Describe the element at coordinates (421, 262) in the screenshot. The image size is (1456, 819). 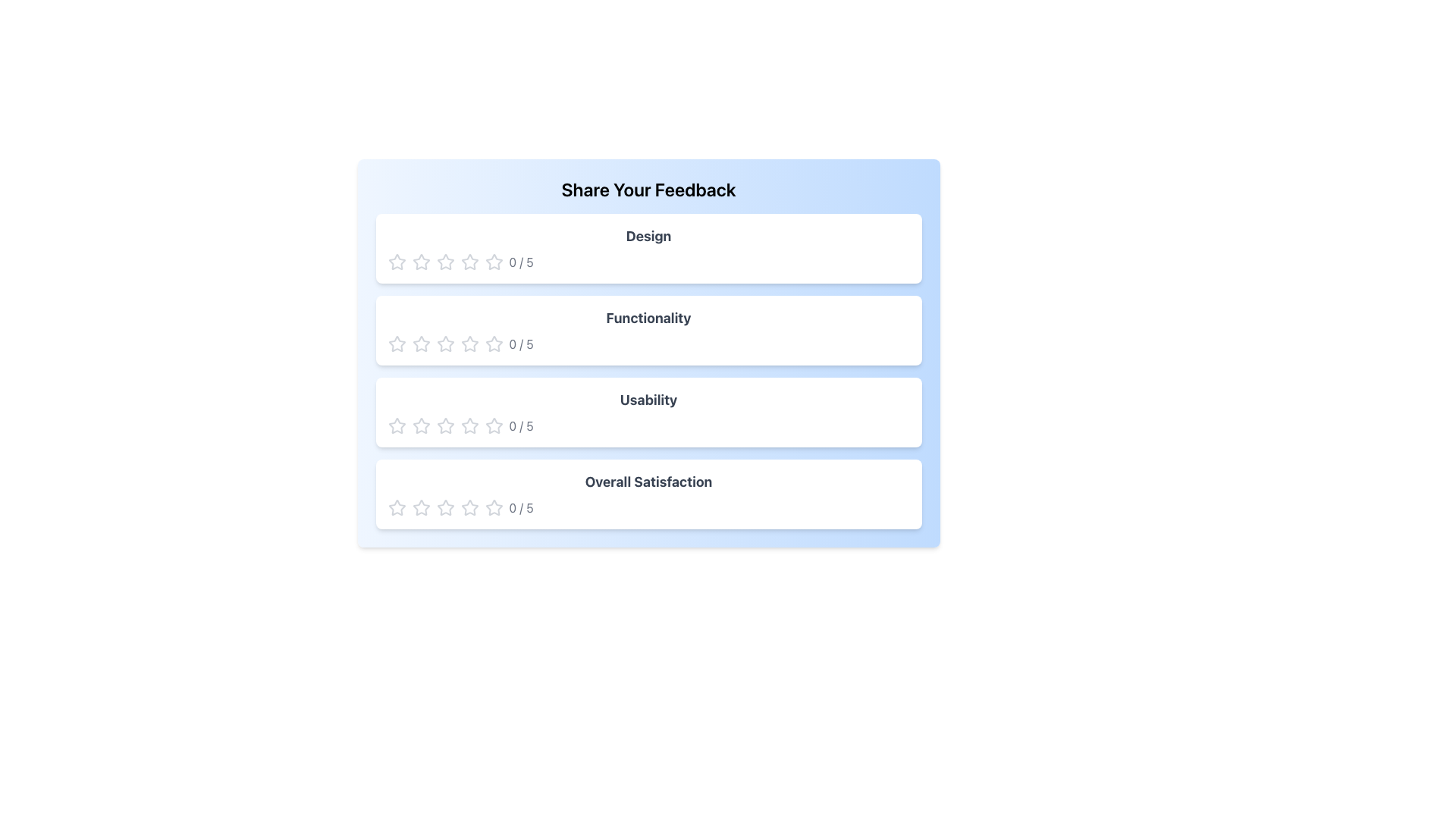
I see `the second star icon` at that location.